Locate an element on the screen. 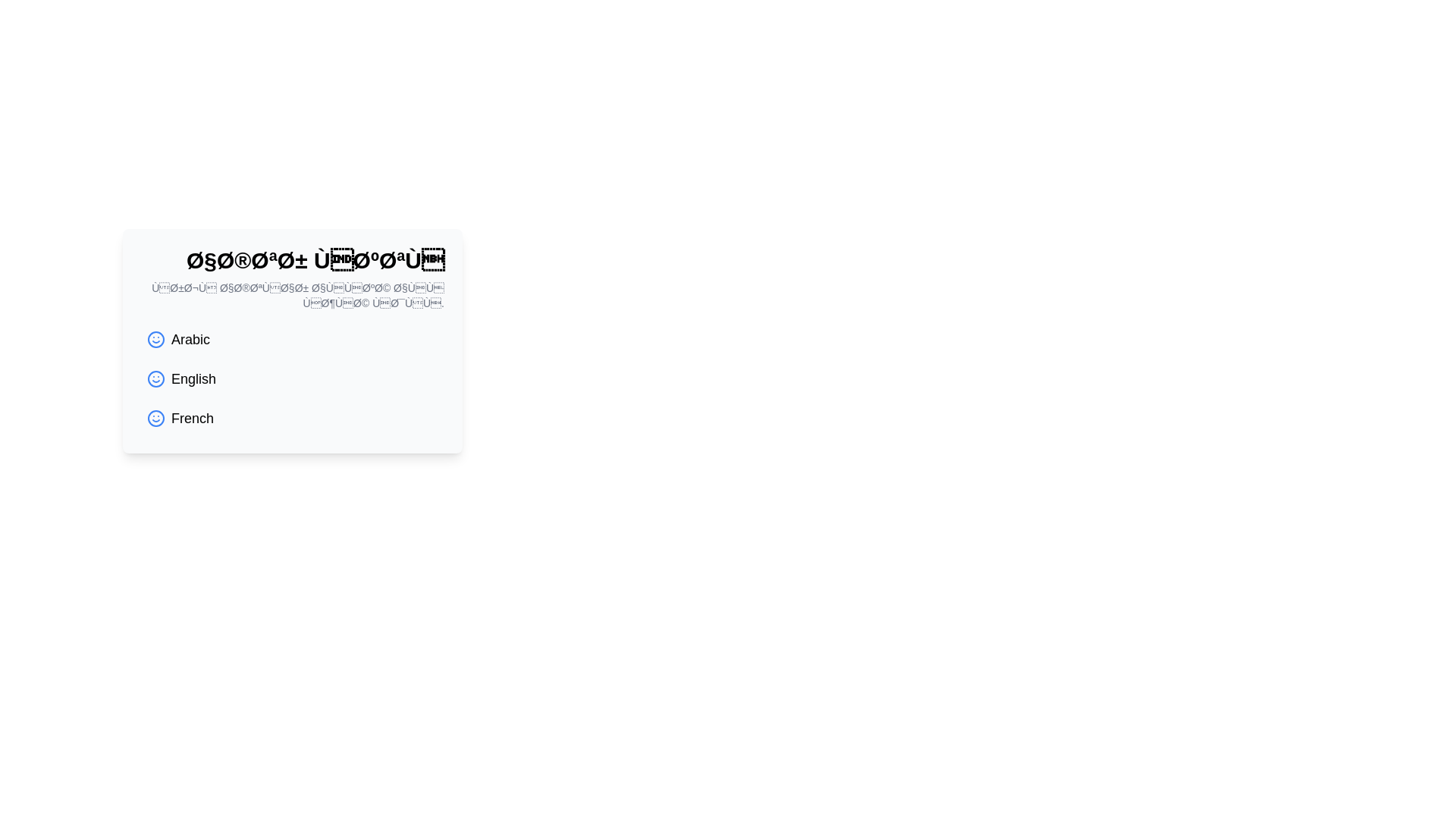  the text label reading 'English', which is the second option in a vertical list, positioned below 'Arabic' and above 'French', and aligned to the right of a blue smiley face icon is located at coordinates (193, 378).